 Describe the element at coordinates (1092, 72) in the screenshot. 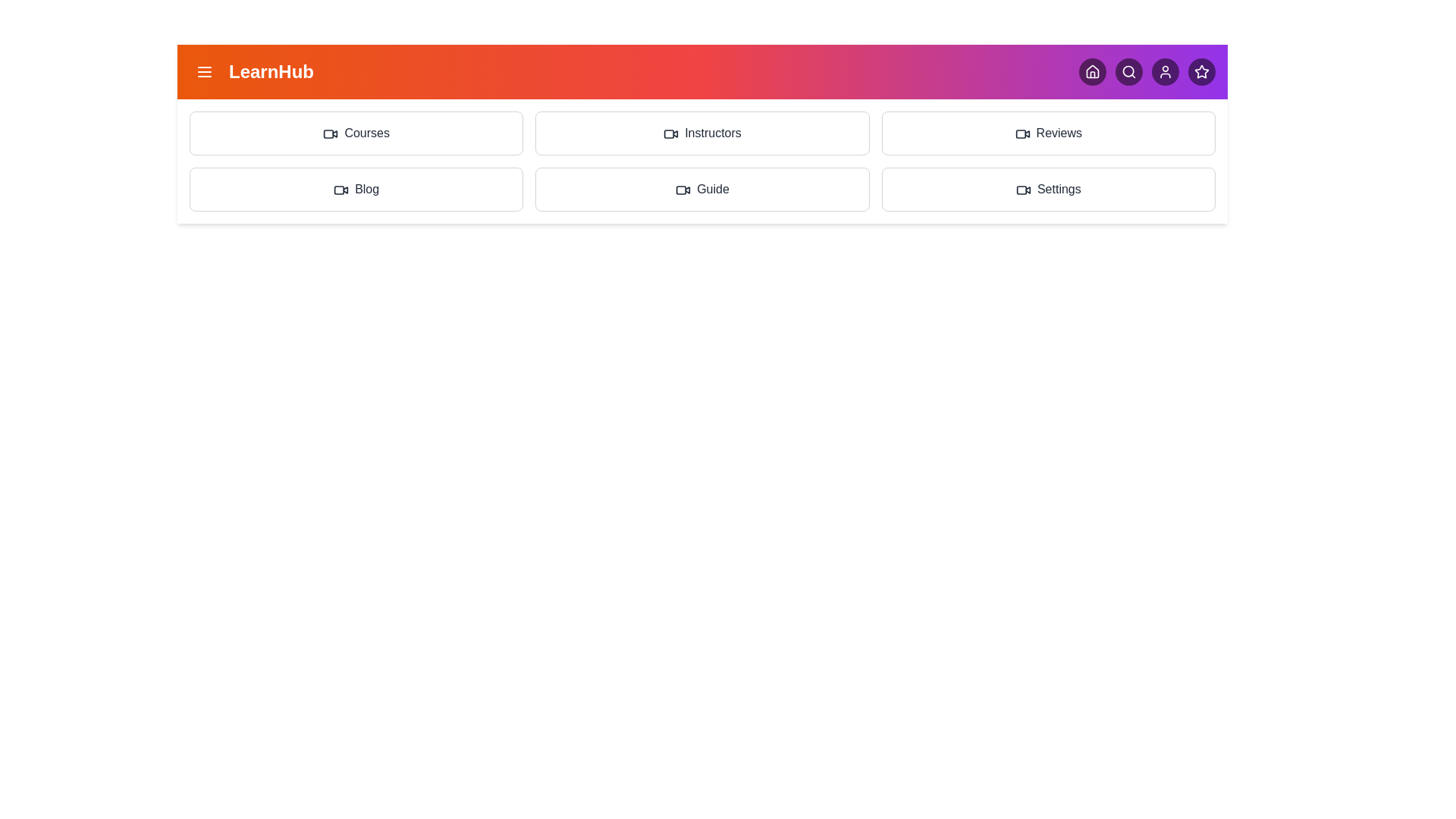

I see `the navigation icon corresponding to Home` at that location.